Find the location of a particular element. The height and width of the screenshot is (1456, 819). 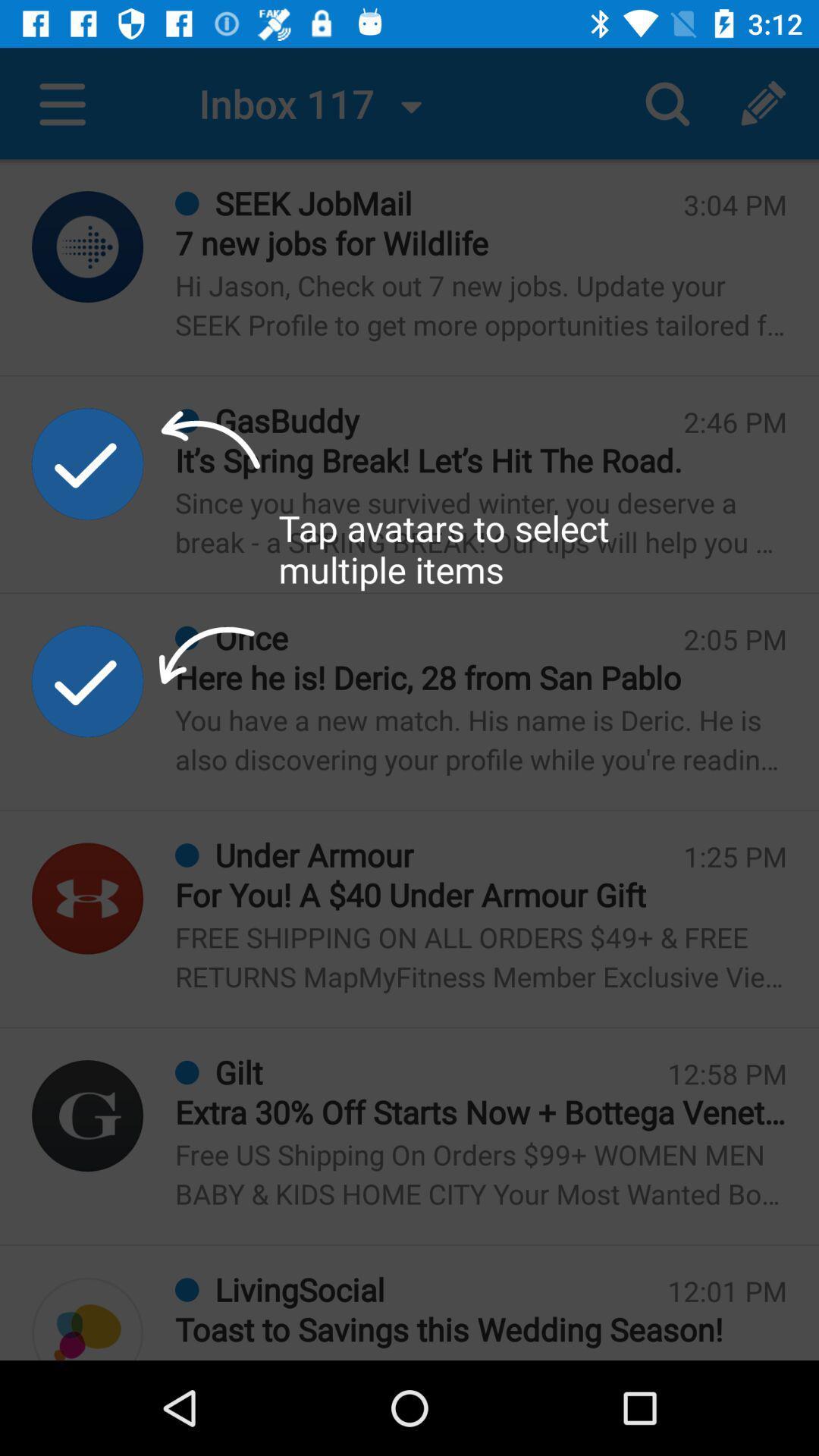

read message is located at coordinates (87, 1318).